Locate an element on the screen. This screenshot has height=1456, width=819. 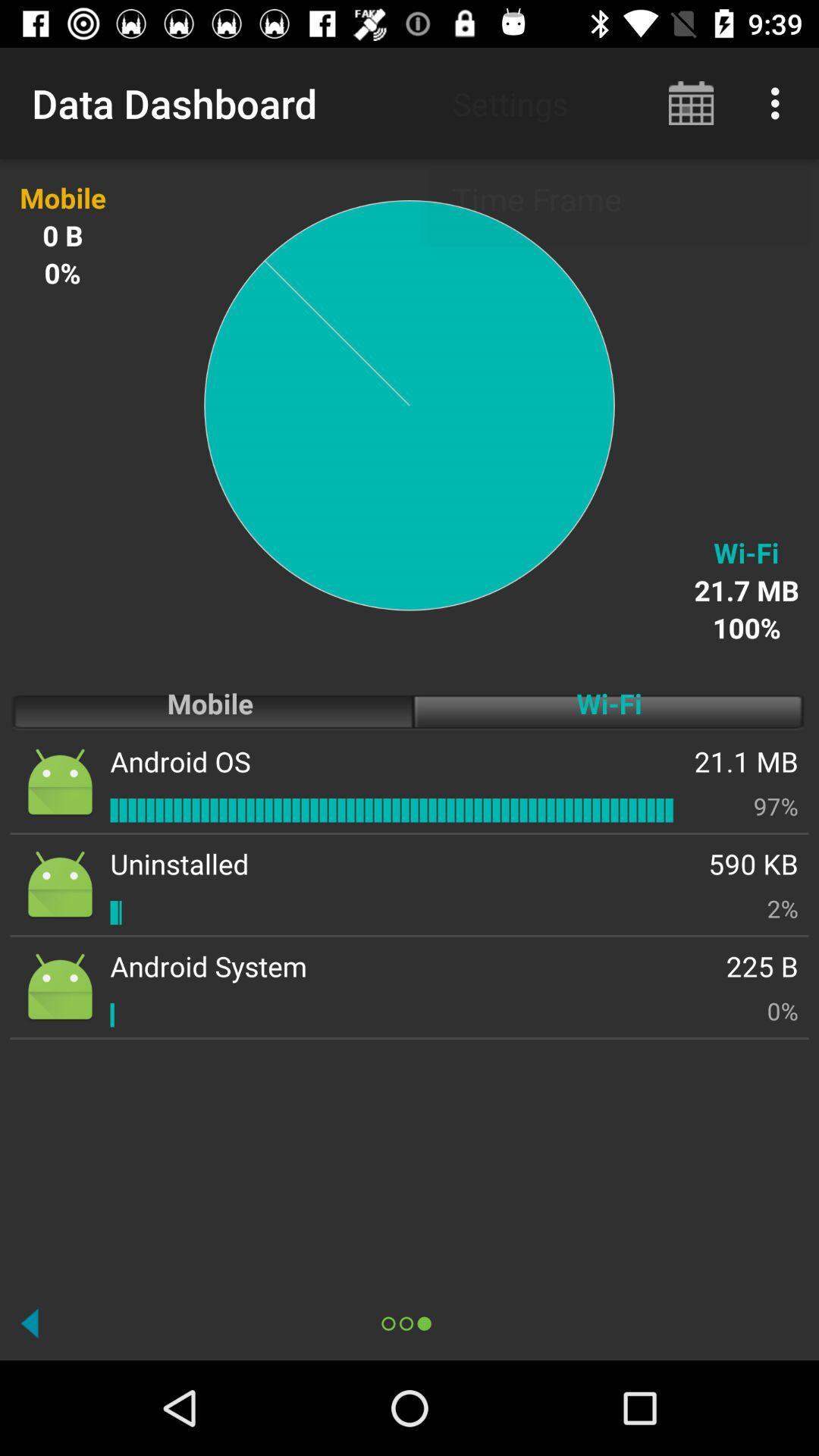
item above 590 kb icon is located at coordinates (776, 805).